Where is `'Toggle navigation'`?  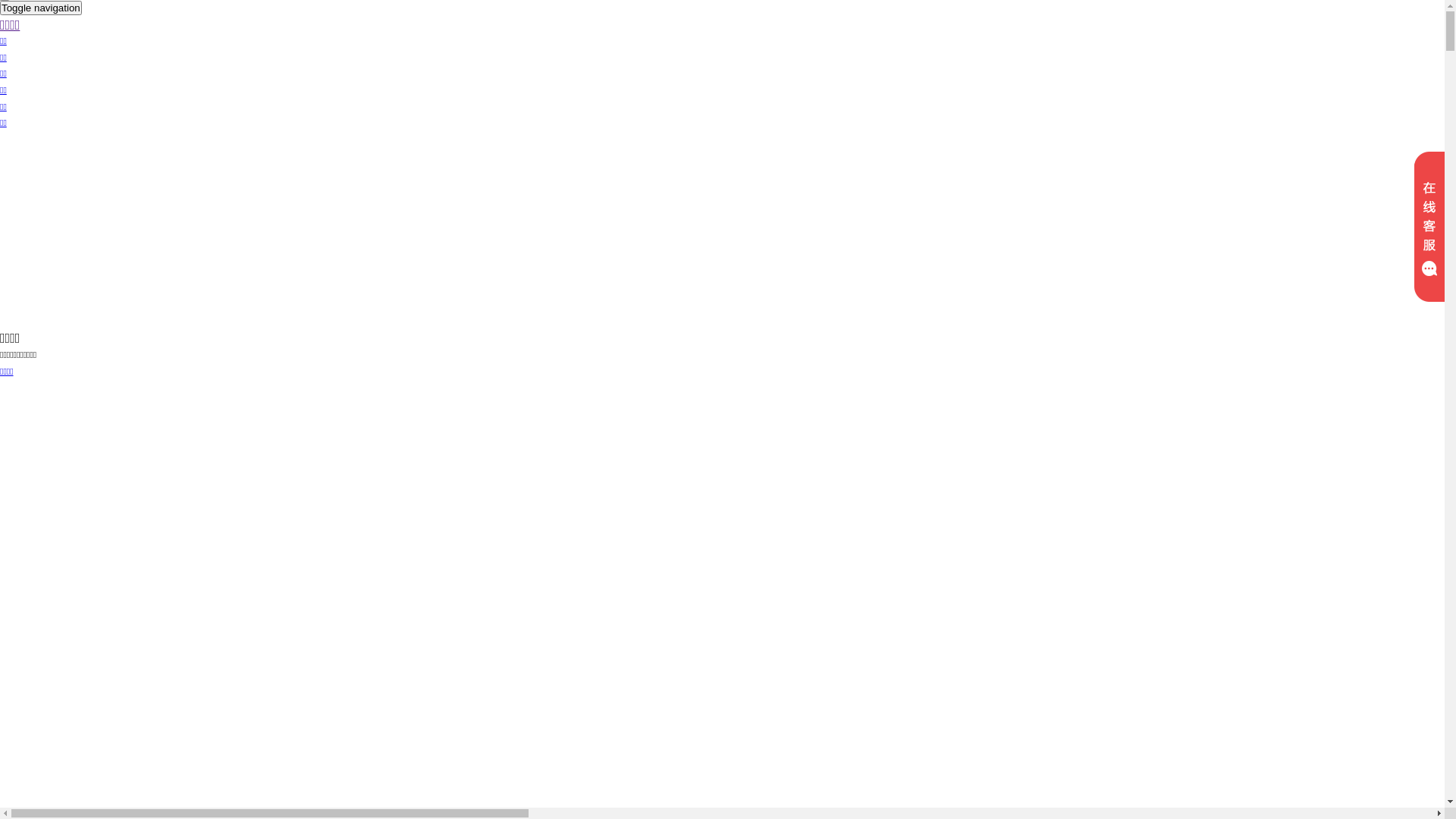 'Toggle navigation' is located at coordinates (0, 8).